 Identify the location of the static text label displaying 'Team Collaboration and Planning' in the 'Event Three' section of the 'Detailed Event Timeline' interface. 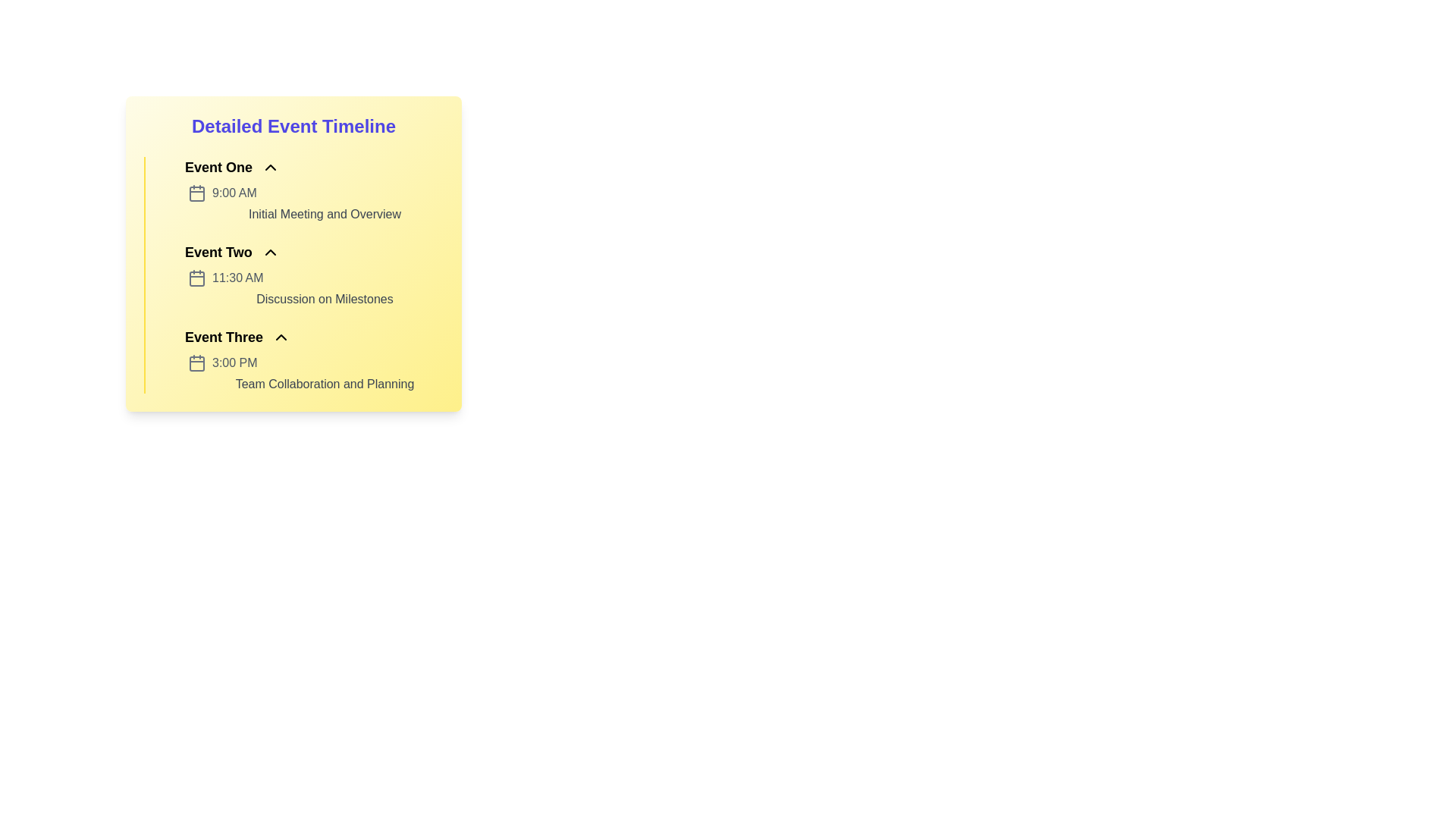
(324, 383).